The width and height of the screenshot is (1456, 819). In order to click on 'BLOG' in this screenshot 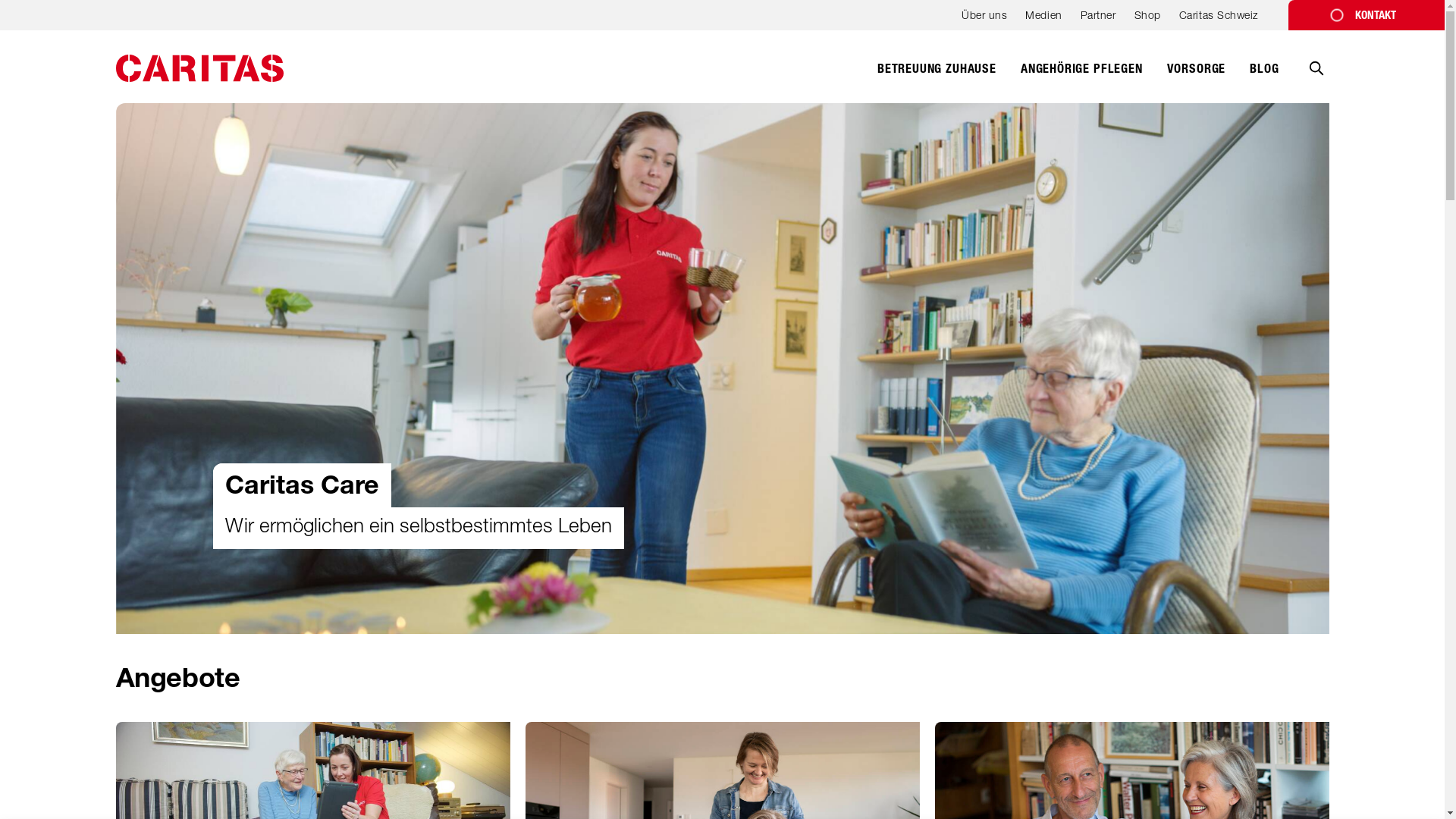, I will do `click(1263, 77)`.